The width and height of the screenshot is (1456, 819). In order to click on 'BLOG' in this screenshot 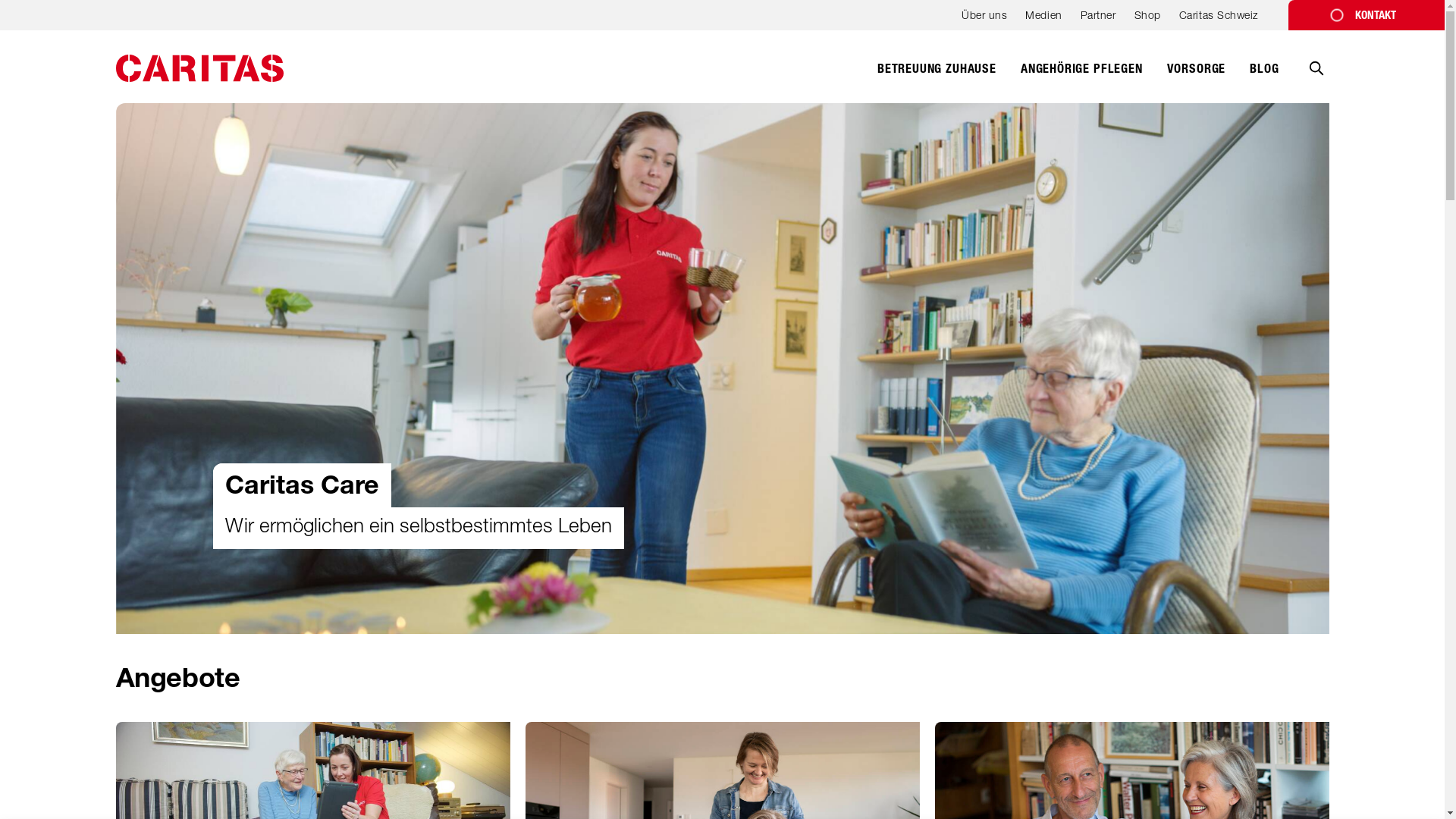, I will do `click(1263, 77)`.